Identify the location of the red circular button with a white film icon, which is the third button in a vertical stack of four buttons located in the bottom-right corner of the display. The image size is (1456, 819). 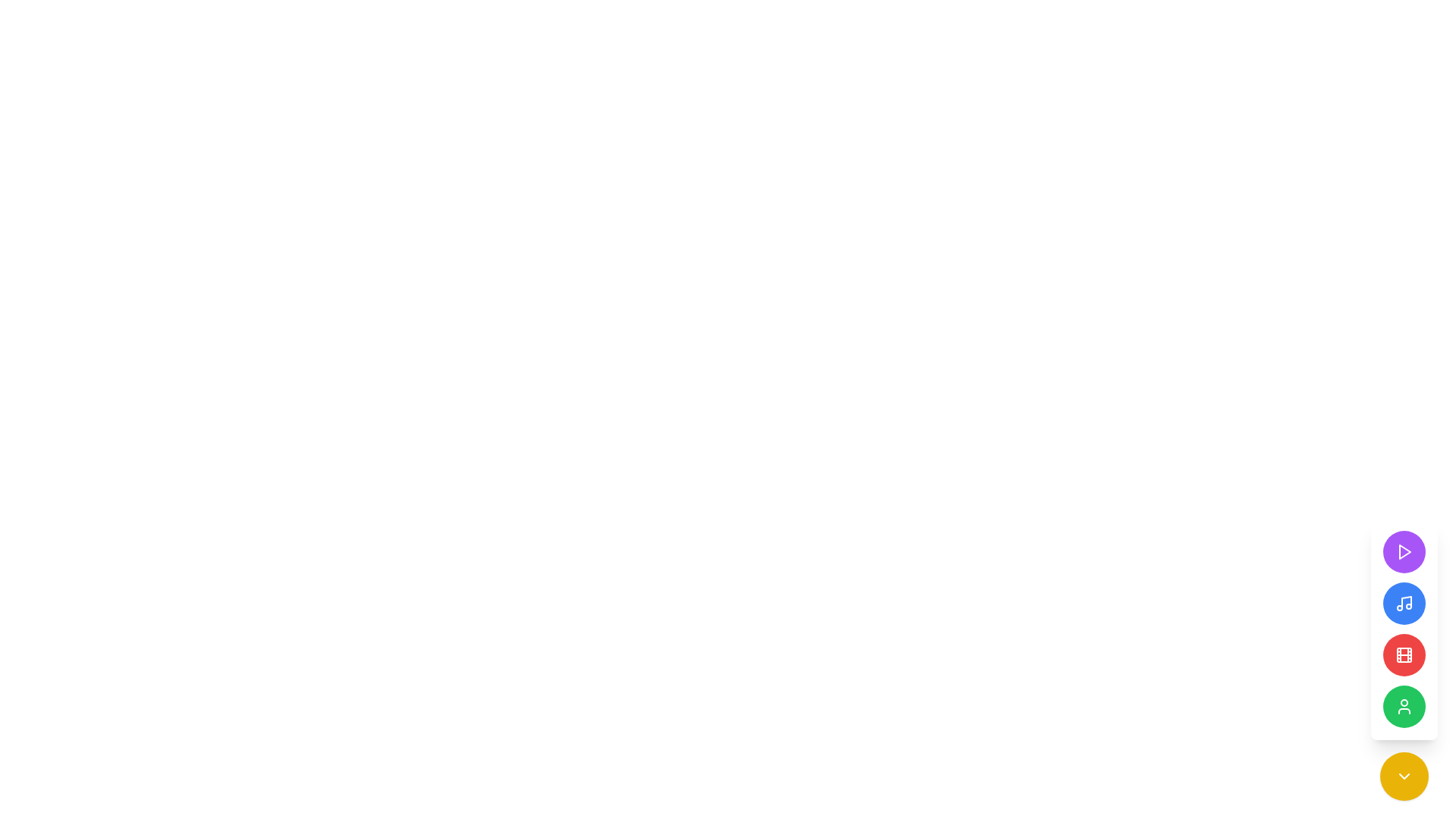
(1404, 629).